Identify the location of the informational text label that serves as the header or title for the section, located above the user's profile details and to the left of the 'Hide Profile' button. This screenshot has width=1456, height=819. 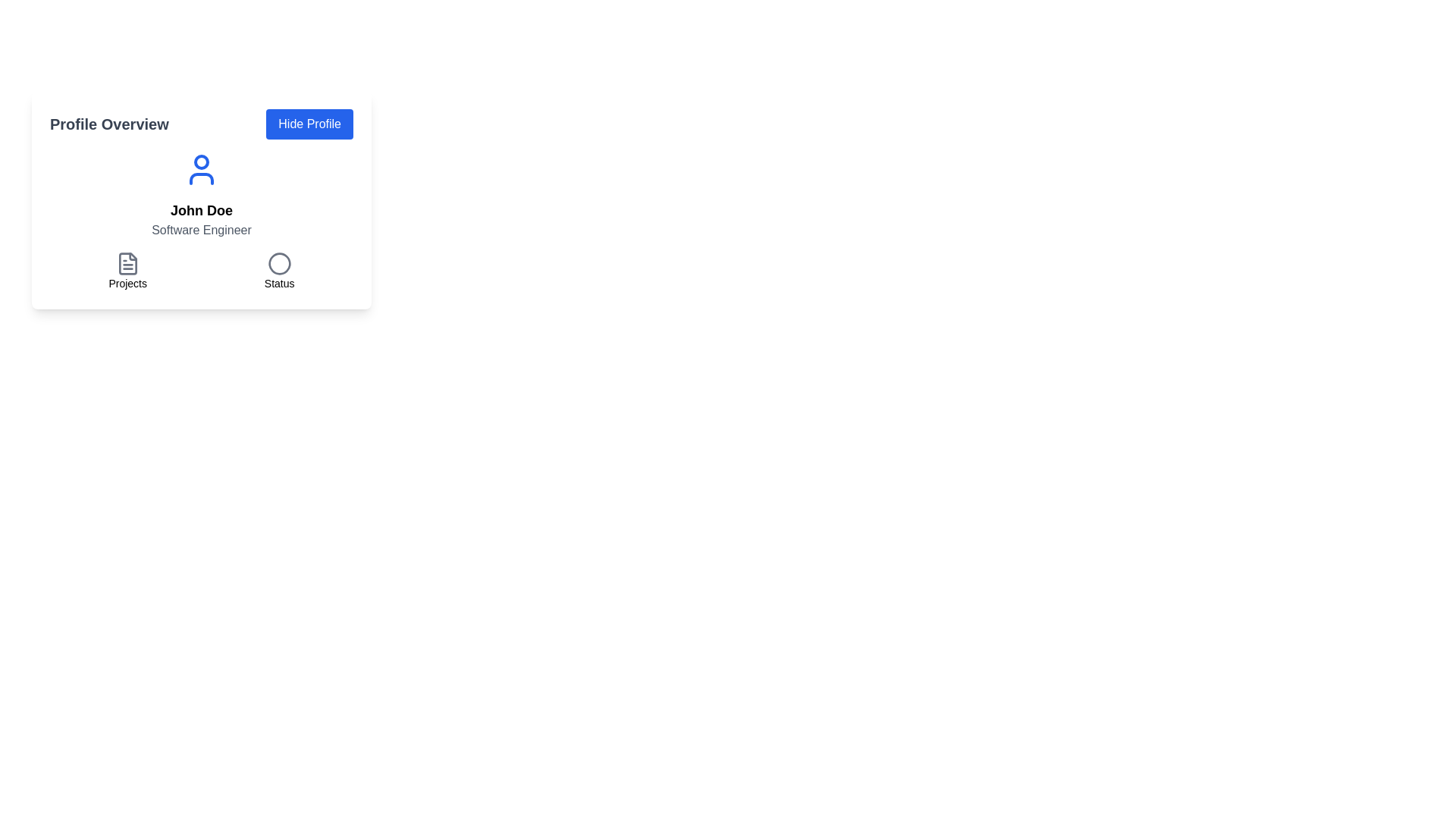
(108, 124).